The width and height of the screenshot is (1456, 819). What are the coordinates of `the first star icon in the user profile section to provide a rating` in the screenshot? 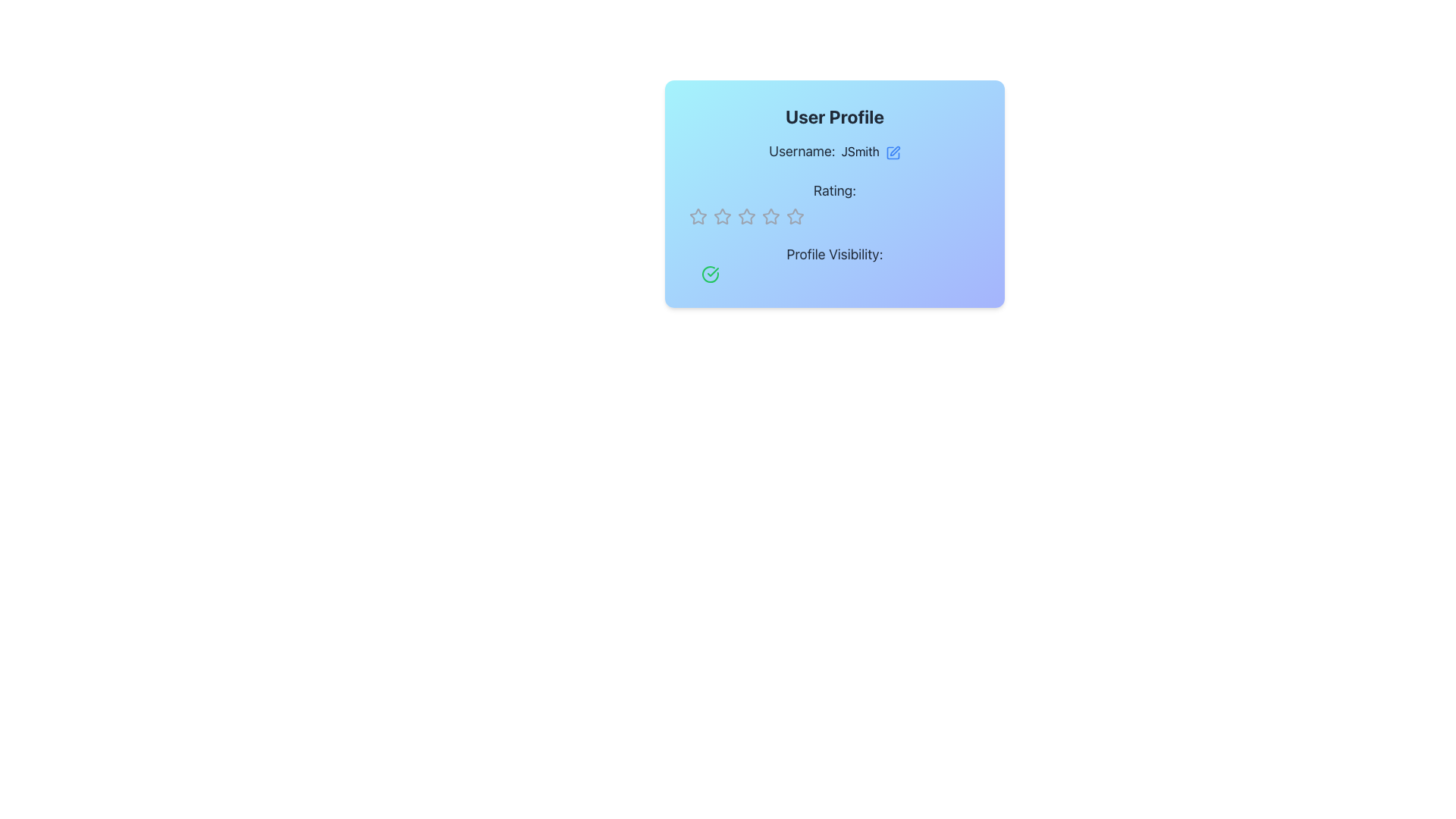 It's located at (698, 216).